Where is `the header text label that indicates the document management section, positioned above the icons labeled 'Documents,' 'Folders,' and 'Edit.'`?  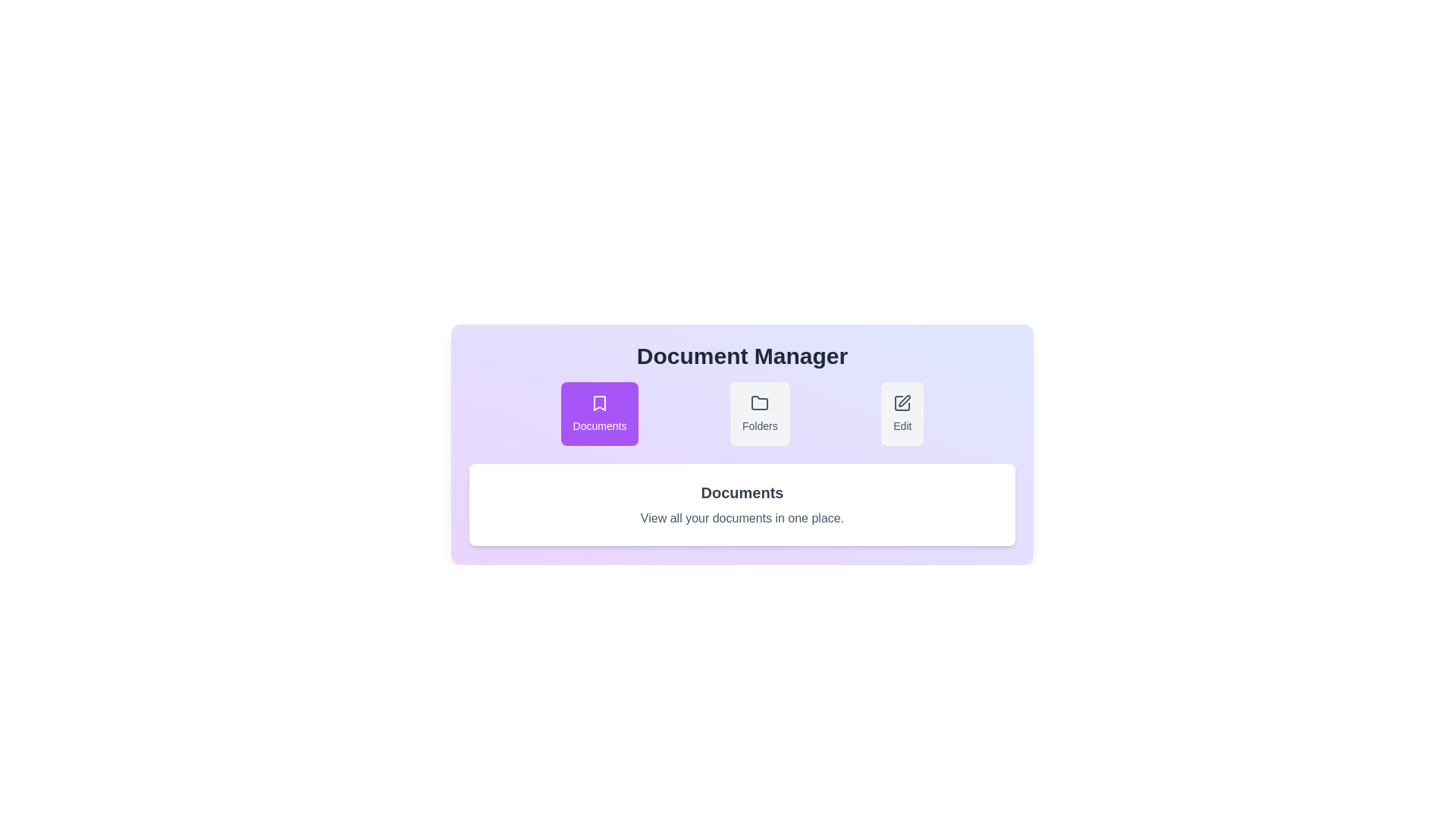
the header text label that indicates the document management section, positioned above the icons labeled 'Documents,' 'Folders,' and 'Edit.' is located at coordinates (742, 356).